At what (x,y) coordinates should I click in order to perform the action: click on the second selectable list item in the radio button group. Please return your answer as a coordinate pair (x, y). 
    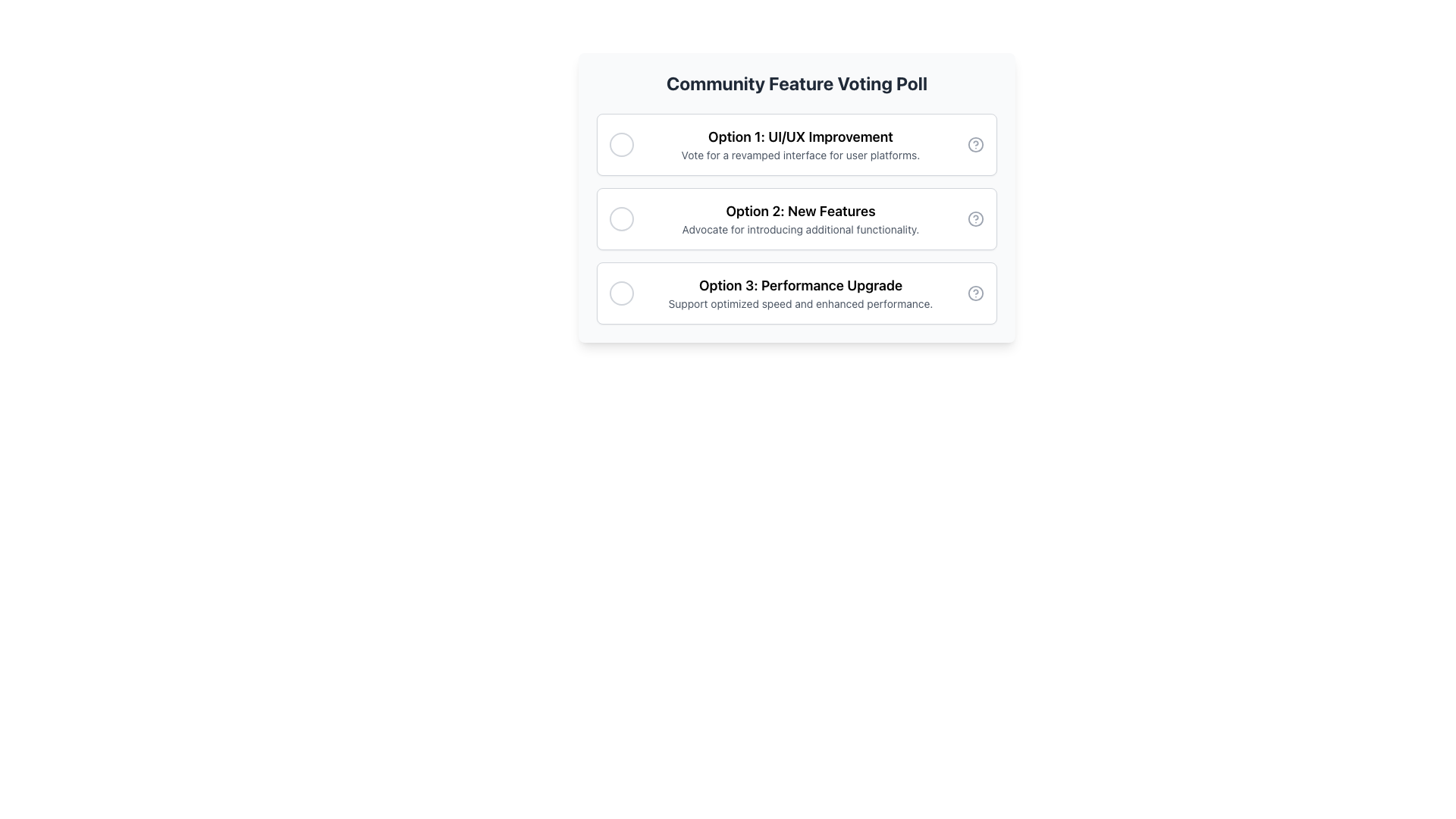
    Looking at the image, I should click on (796, 219).